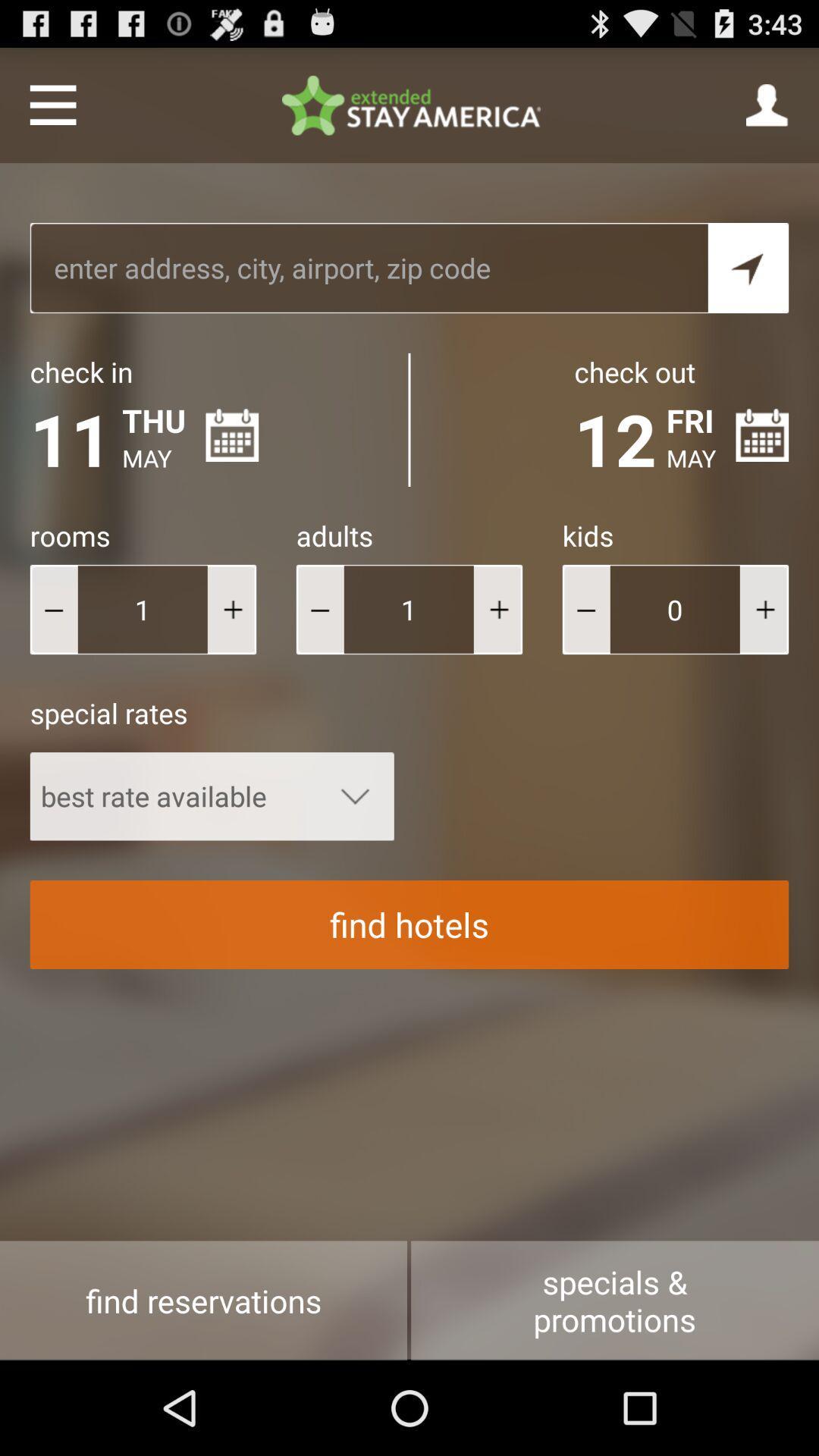  Describe the element at coordinates (748, 268) in the screenshot. I see `search` at that location.